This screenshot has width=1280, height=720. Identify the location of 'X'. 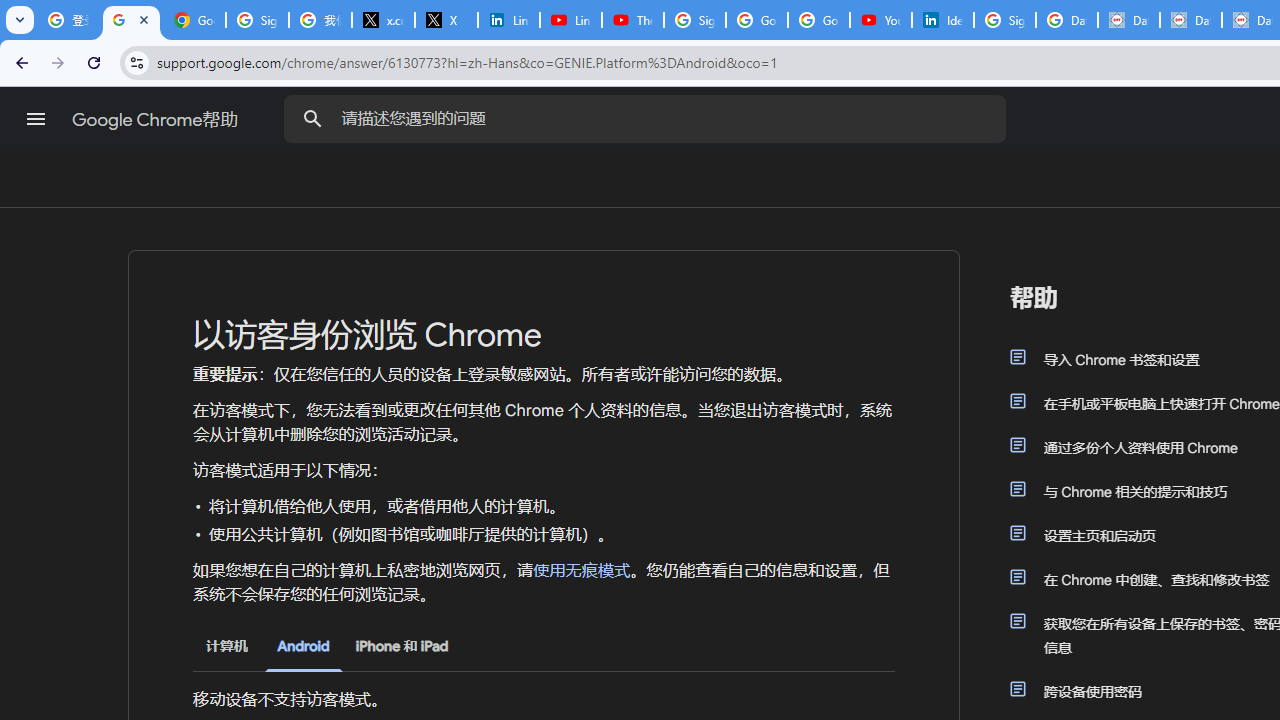
(445, 20).